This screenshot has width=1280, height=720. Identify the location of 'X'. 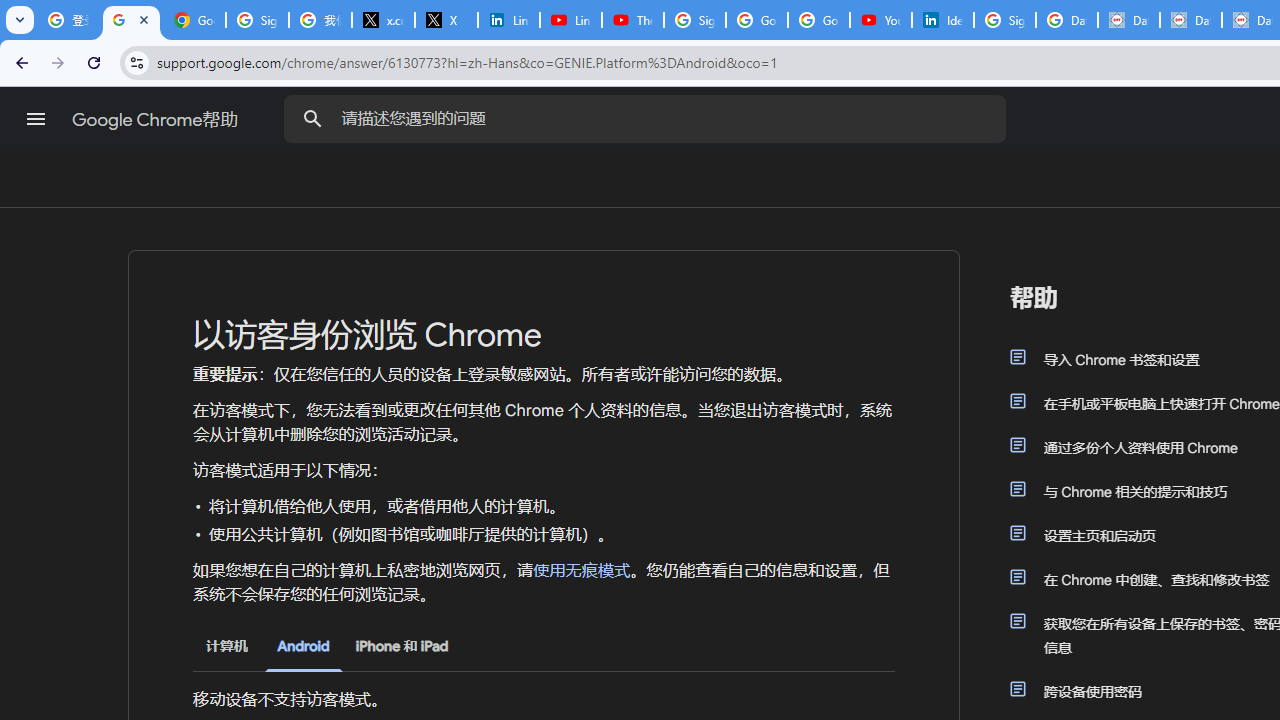
(445, 20).